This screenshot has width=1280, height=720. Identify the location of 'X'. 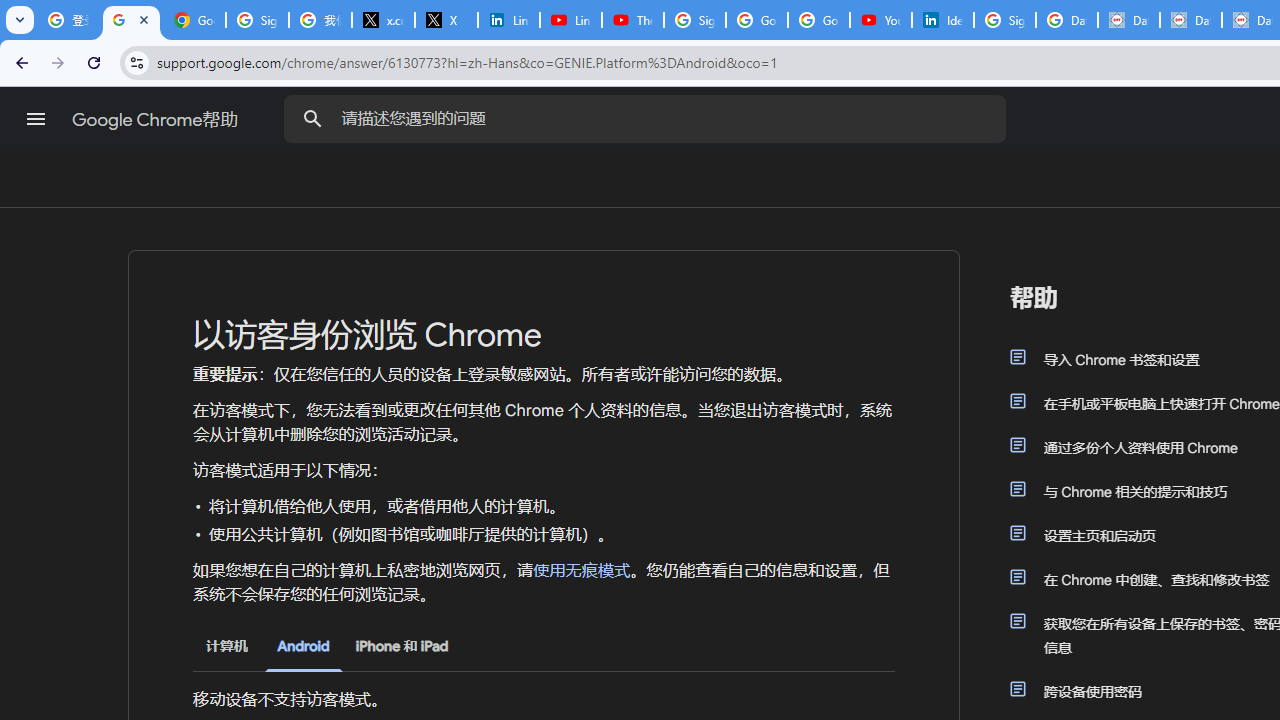
(445, 20).